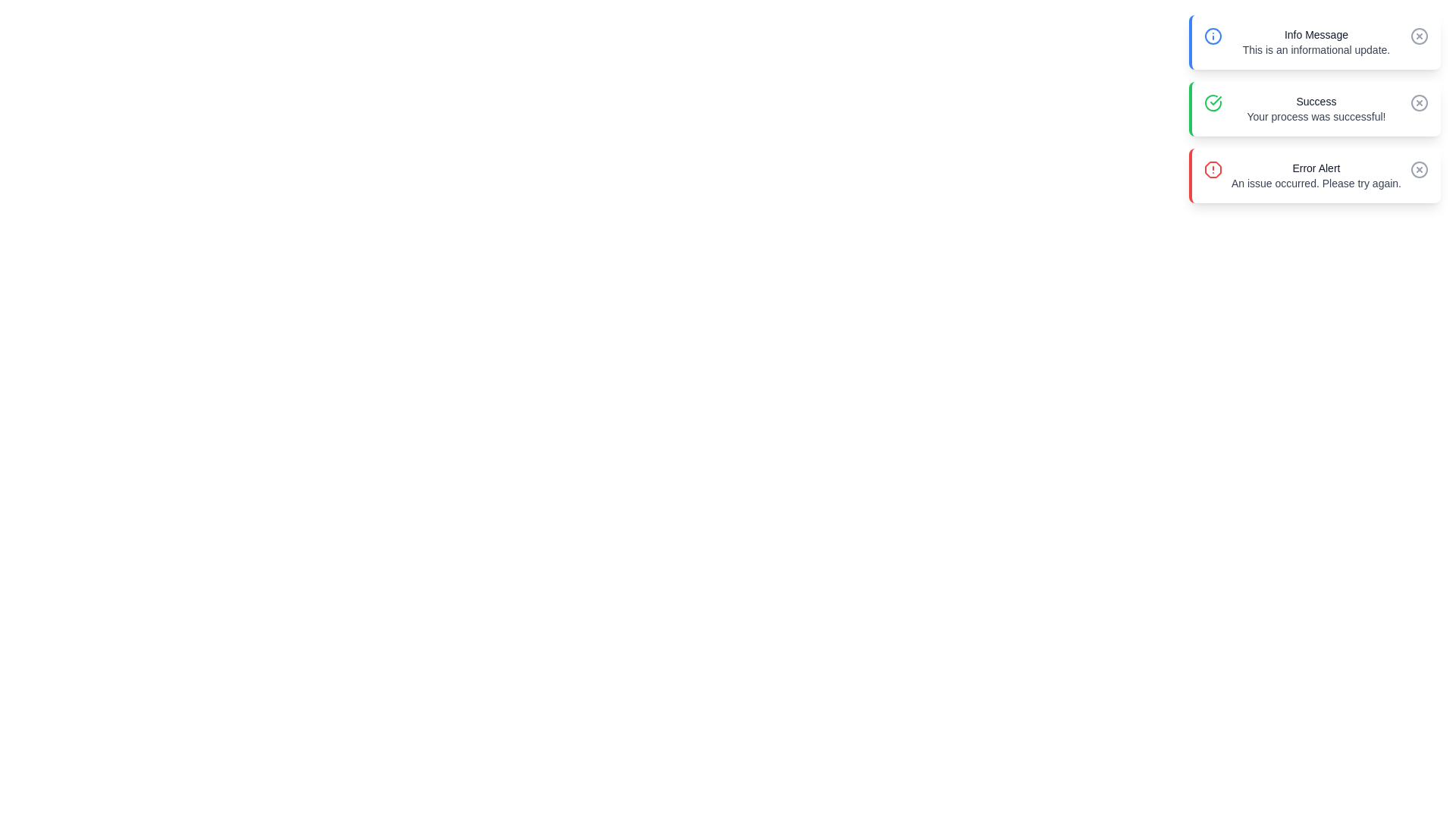  Describe the element at coordinates (1211, 169) in the screenshot. I see `the red octagonal warning icon located in the bottom-most notification section, adjacent to the text 'Error Alert'` at that location.